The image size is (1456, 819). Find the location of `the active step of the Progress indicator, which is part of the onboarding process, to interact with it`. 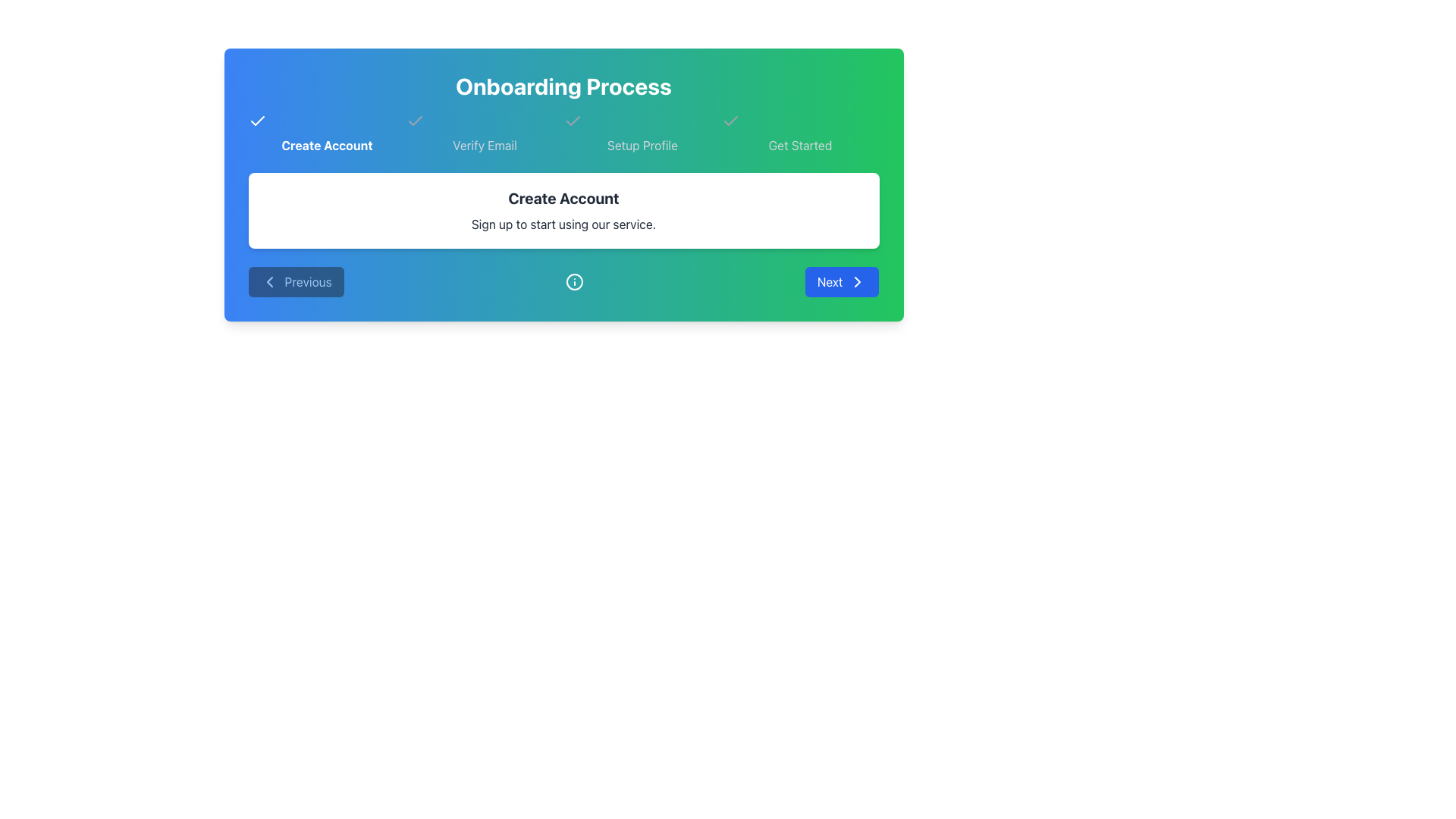

the active step of the Progress indicator, which is part of the onboarding process, to interact with it is located at coordinates (563, 133).